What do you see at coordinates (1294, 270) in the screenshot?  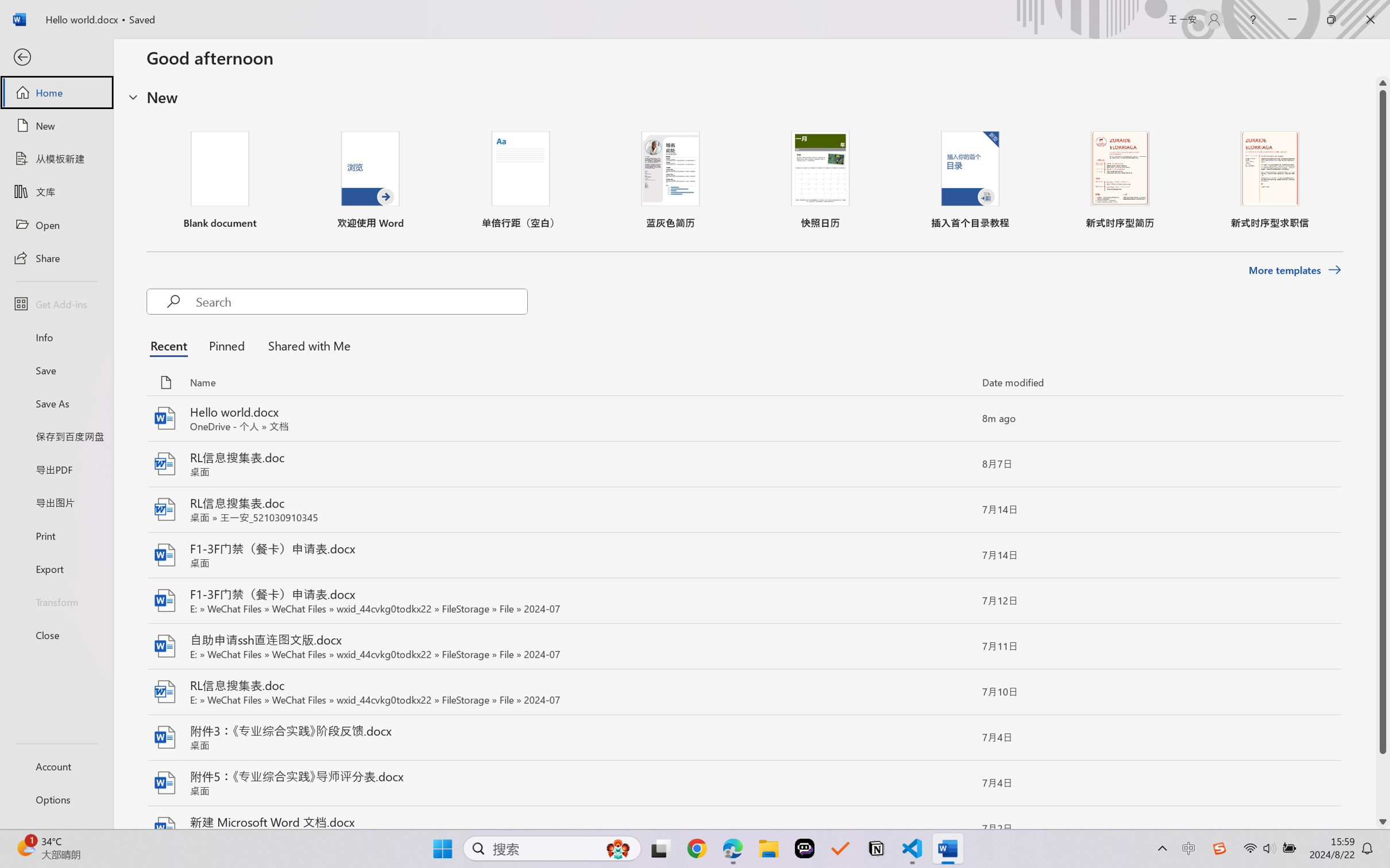 I see `'More templates'` at bounding box center [1294, 270].